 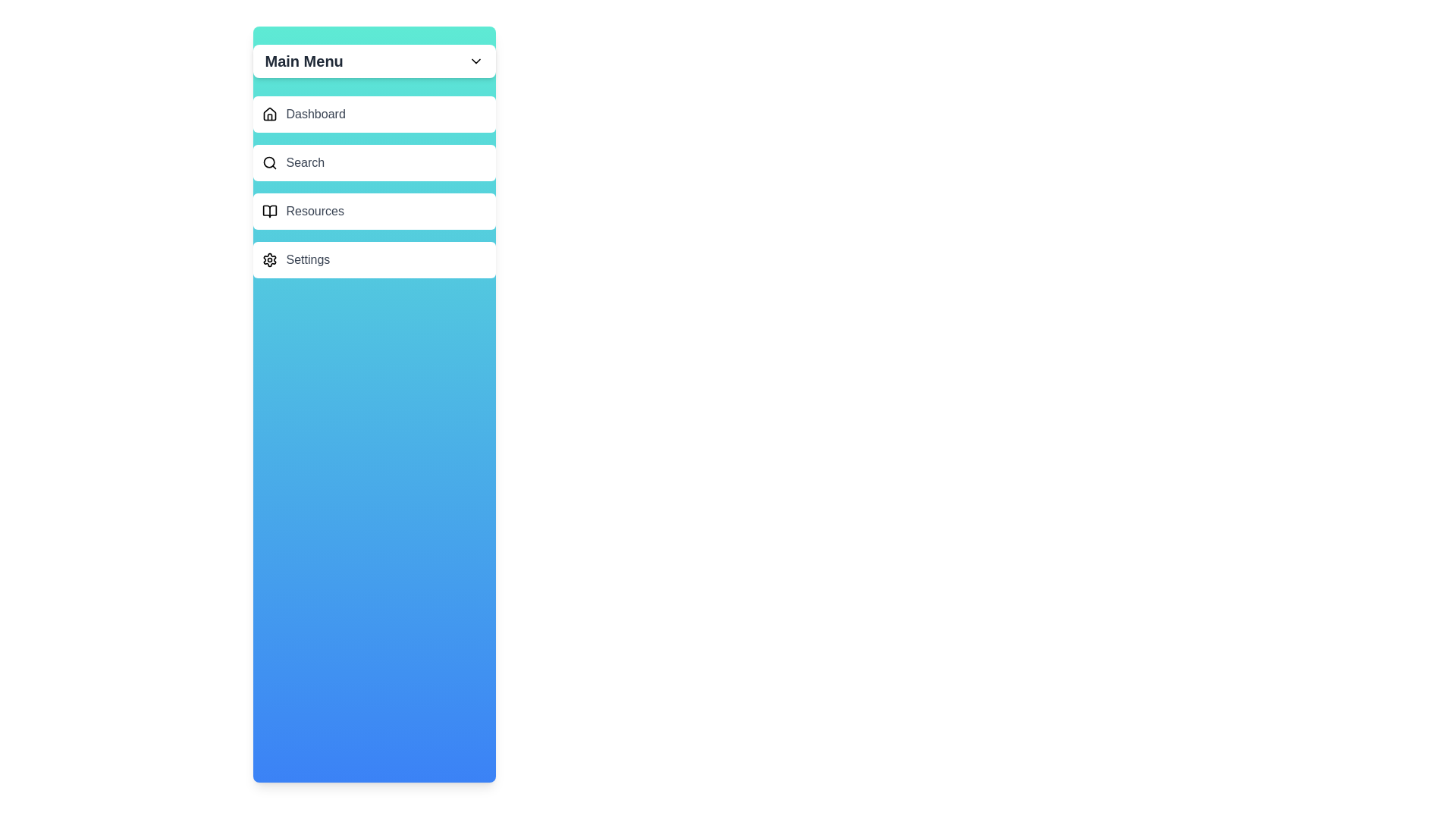 I want to click on the text 'Main Menu' for copying, so click(x=303, y=61).